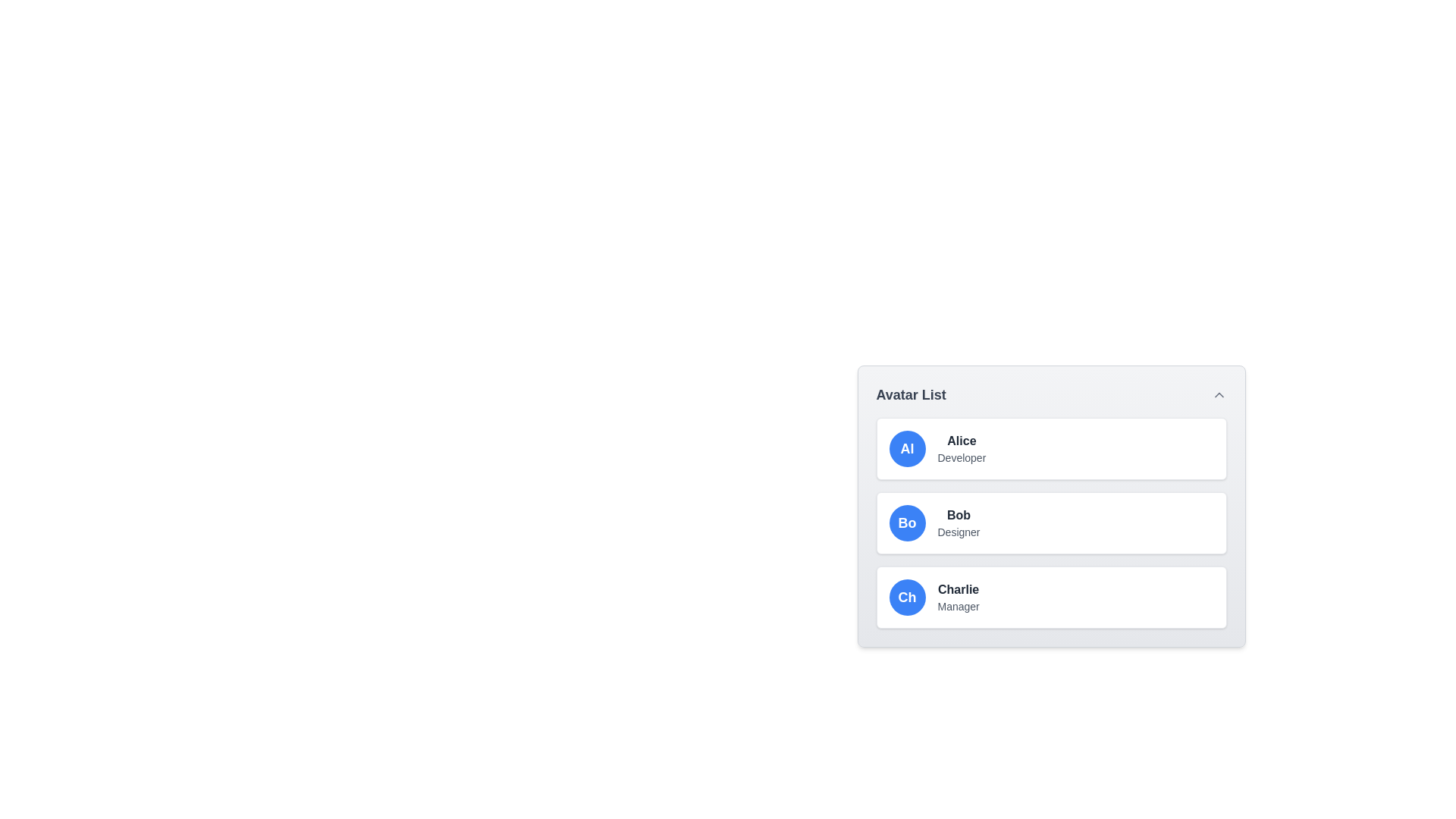 The width and height of the screenshot is (1456, 819). I want to click on the blue circular badge labeled 'Bo' to interact with it, located in the second row adjacent to 'Bob' and 'Designer', so click(907, 522).